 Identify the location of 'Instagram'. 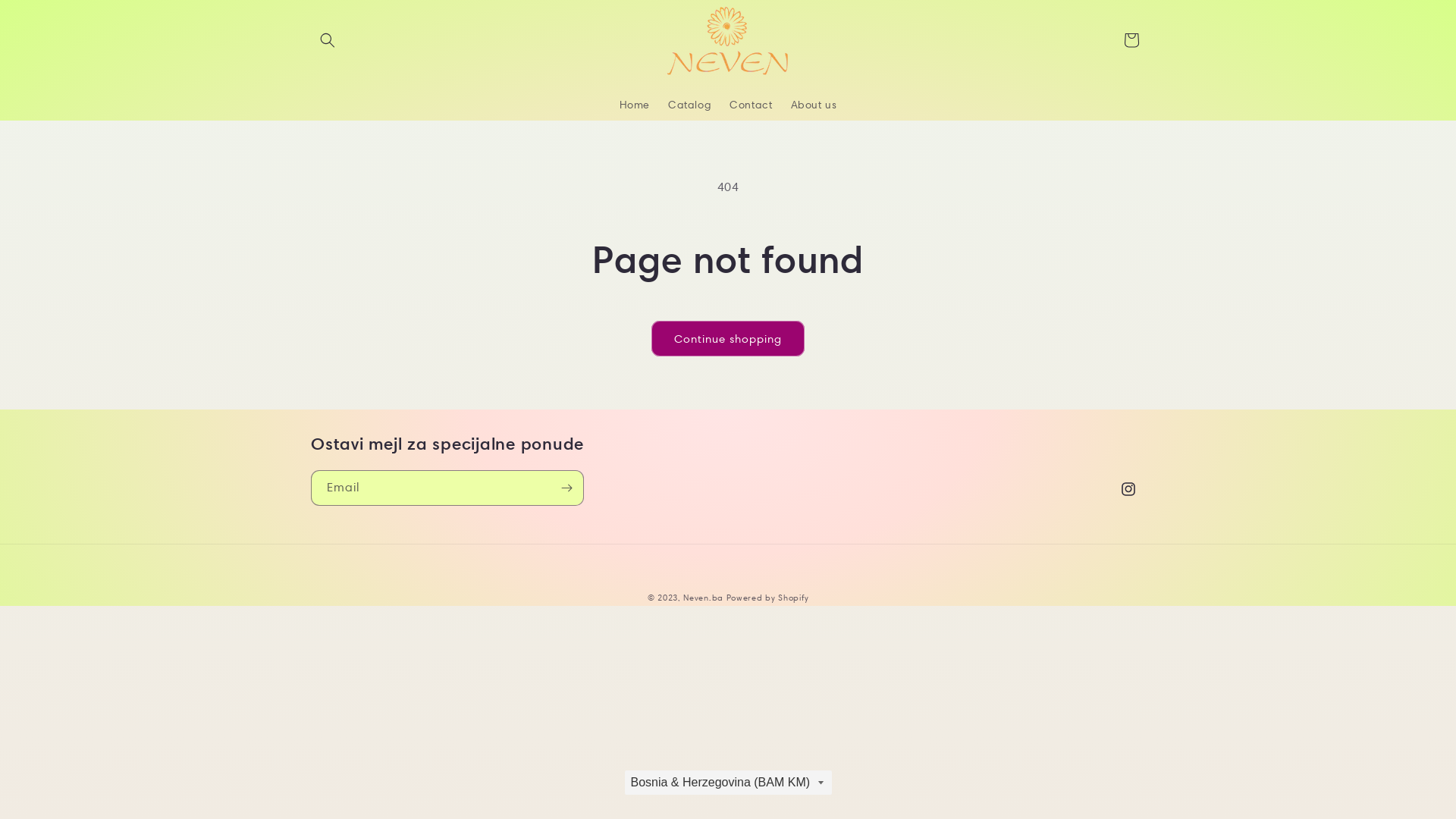
(1128, 488).